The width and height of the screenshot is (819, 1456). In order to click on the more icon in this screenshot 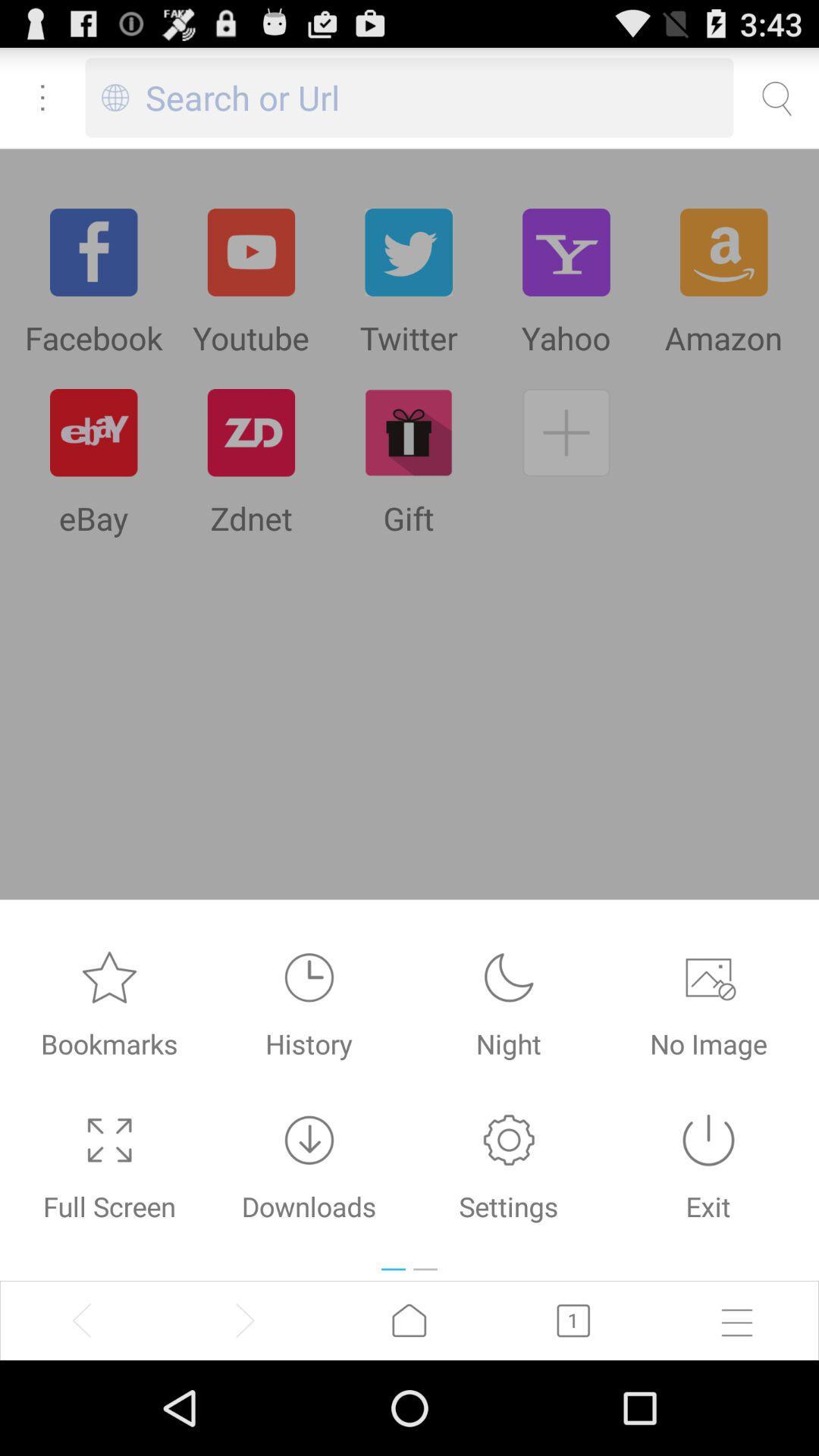, I will do `click(42, 104)`.